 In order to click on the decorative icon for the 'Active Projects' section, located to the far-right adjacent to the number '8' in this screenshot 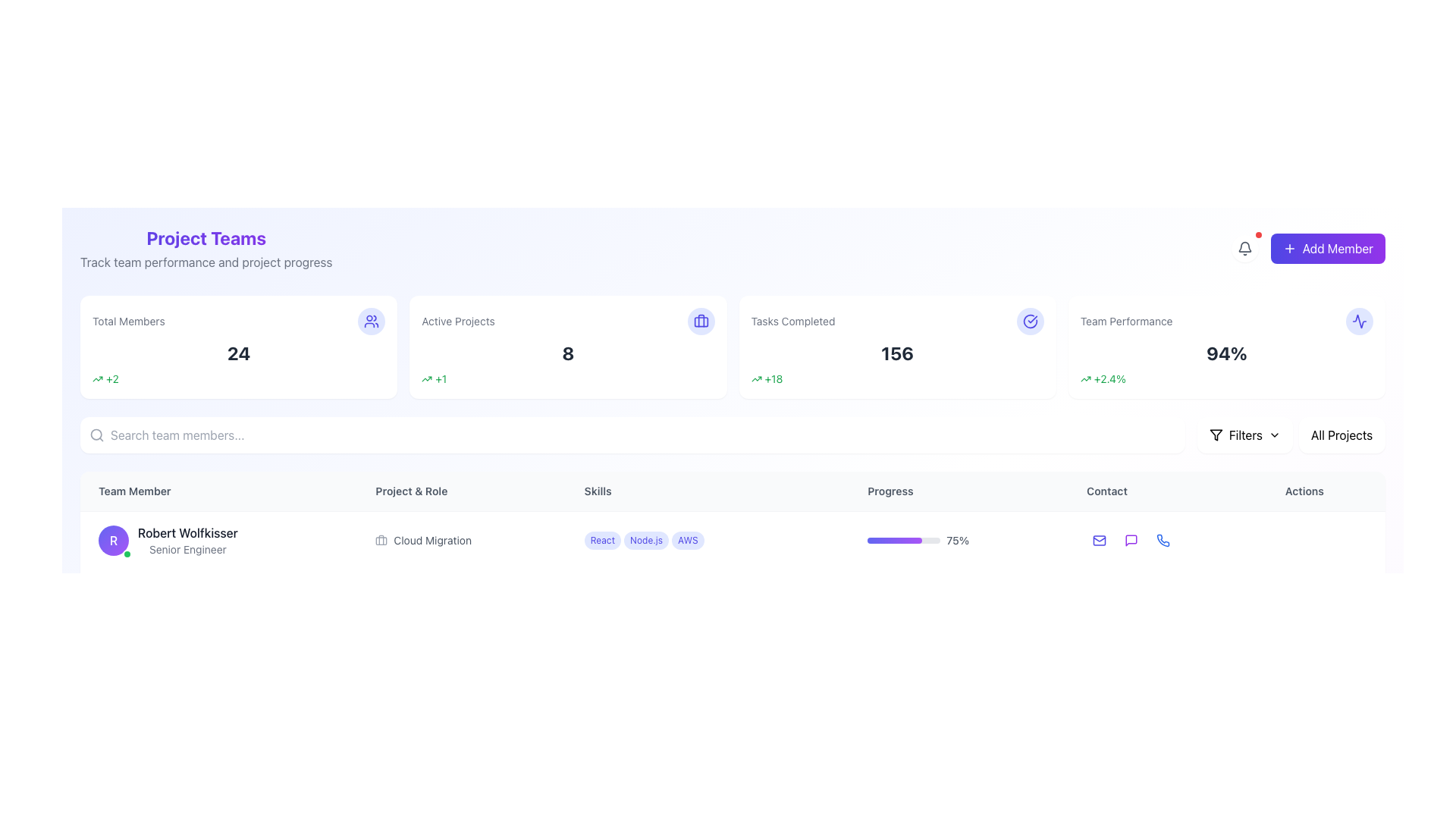, I will do `click(700, 321)`.